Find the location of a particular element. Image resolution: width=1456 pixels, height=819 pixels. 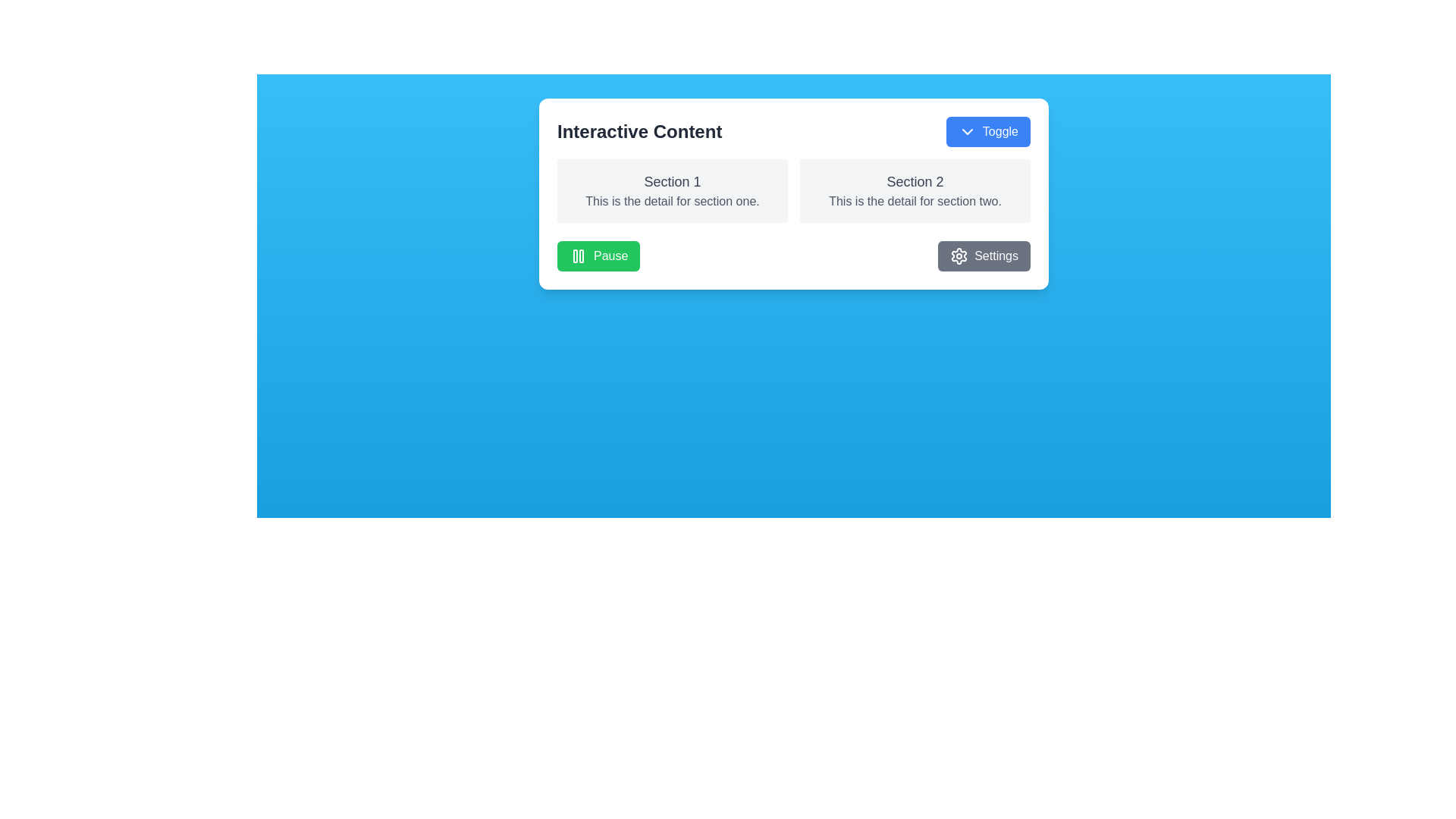

detailed properties of the rightmost vertical green bar of the 'Pause' button located inside the pop-up panel is located at coordinates (581, 256).